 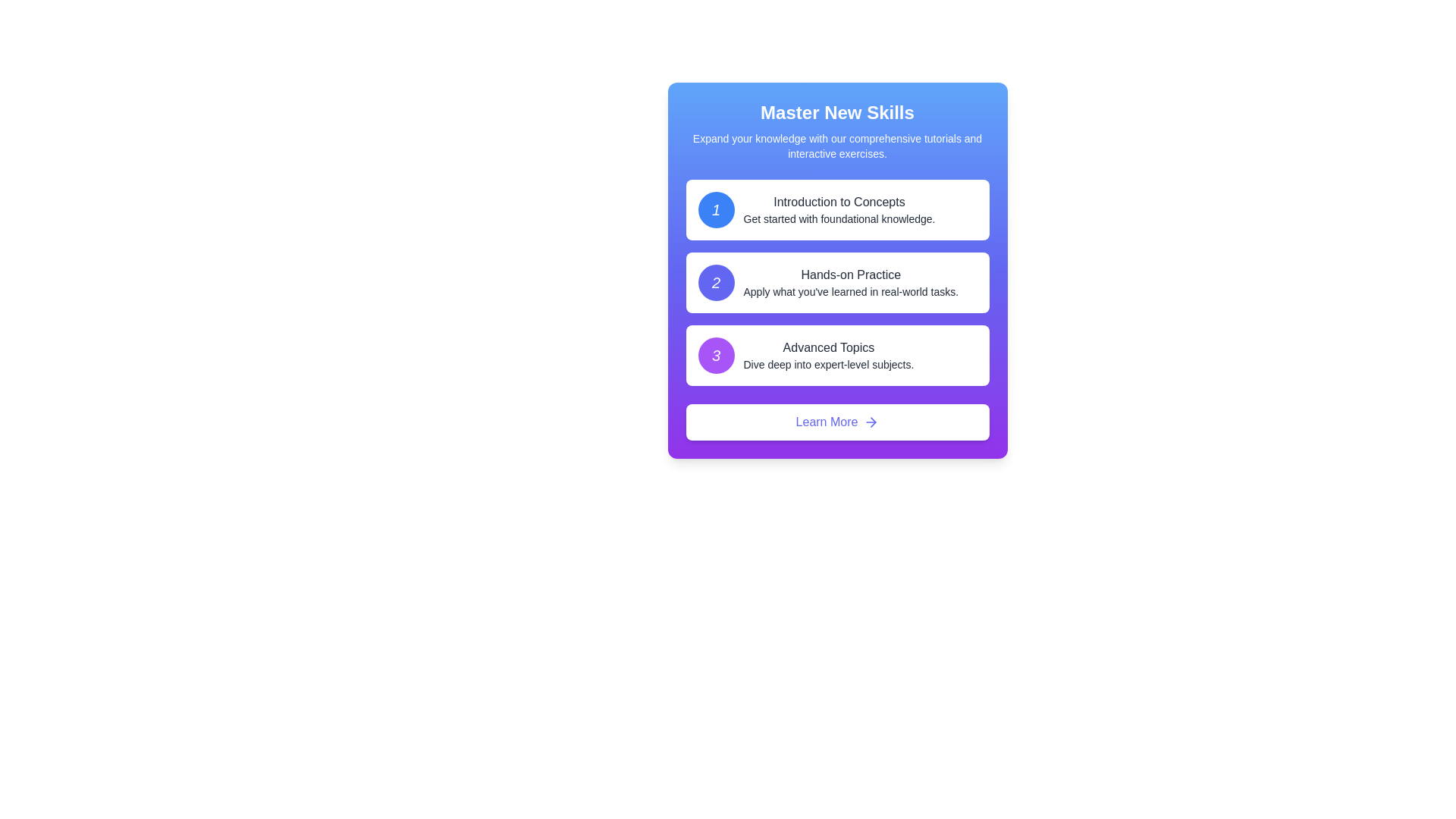 What do you see at coordinates (715, 356) in the screenshot?
I see `the circular badge displaying the number '3' with a purple background located in the 'Advanced Topics' content card` at bounding box center [715, 356].